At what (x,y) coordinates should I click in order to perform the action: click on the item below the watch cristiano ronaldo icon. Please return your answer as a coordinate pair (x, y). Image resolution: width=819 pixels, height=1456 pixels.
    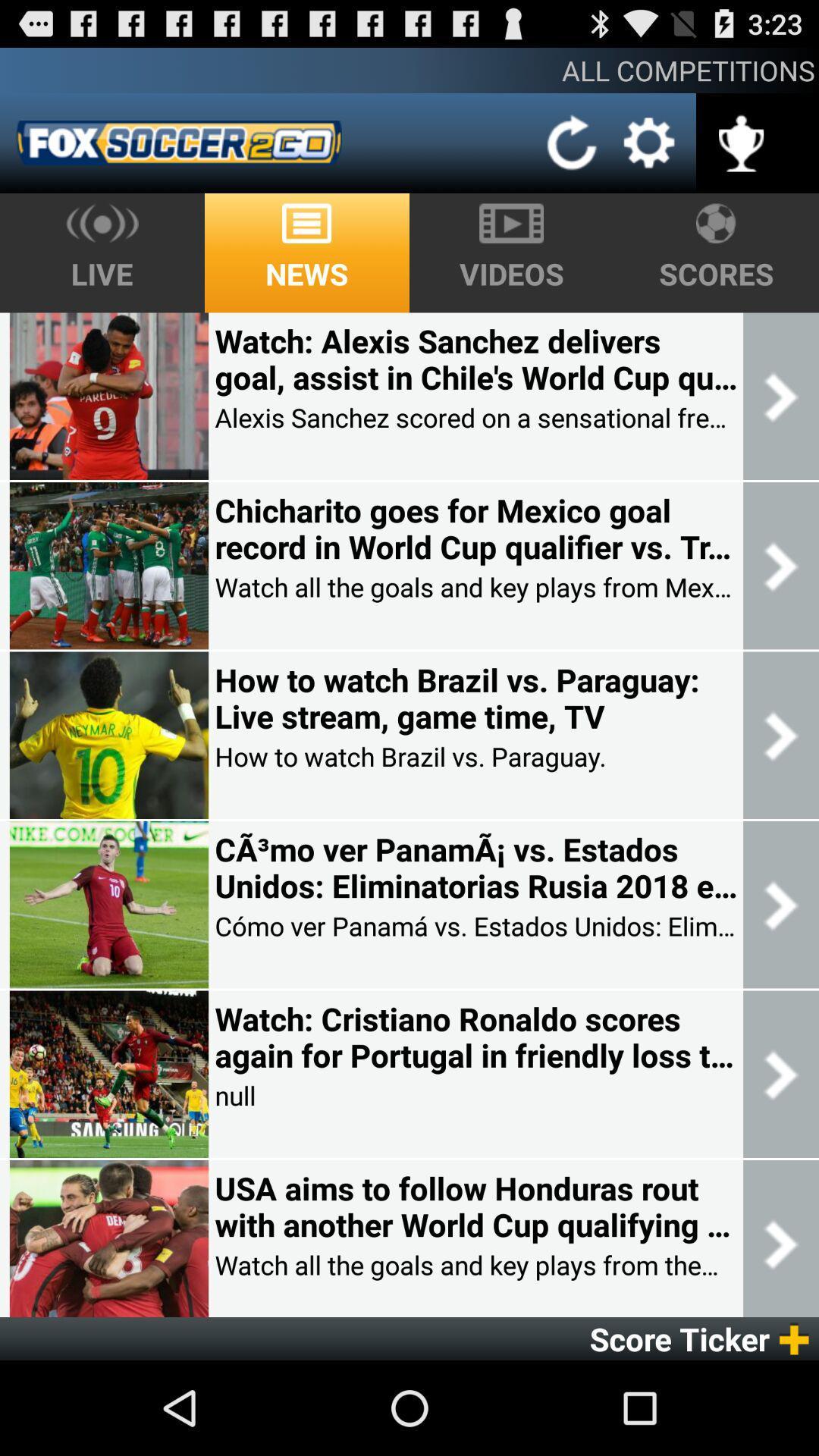
    Looking at the image, I should click on (235, 1095).